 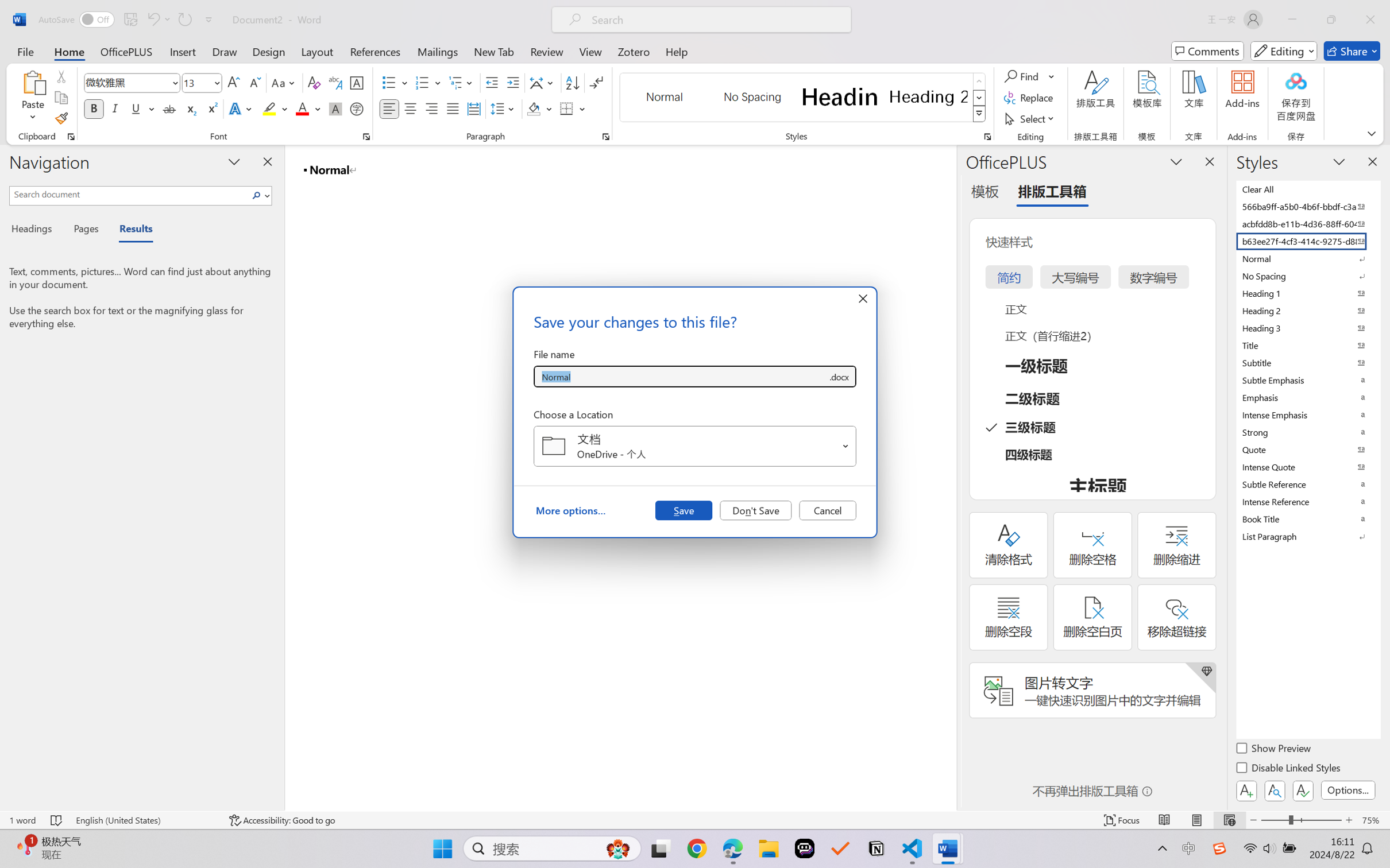 What do you see at coordinates (225, 51) in the screenshot?
I see `'Draw'` at bounding box center [225, 51].